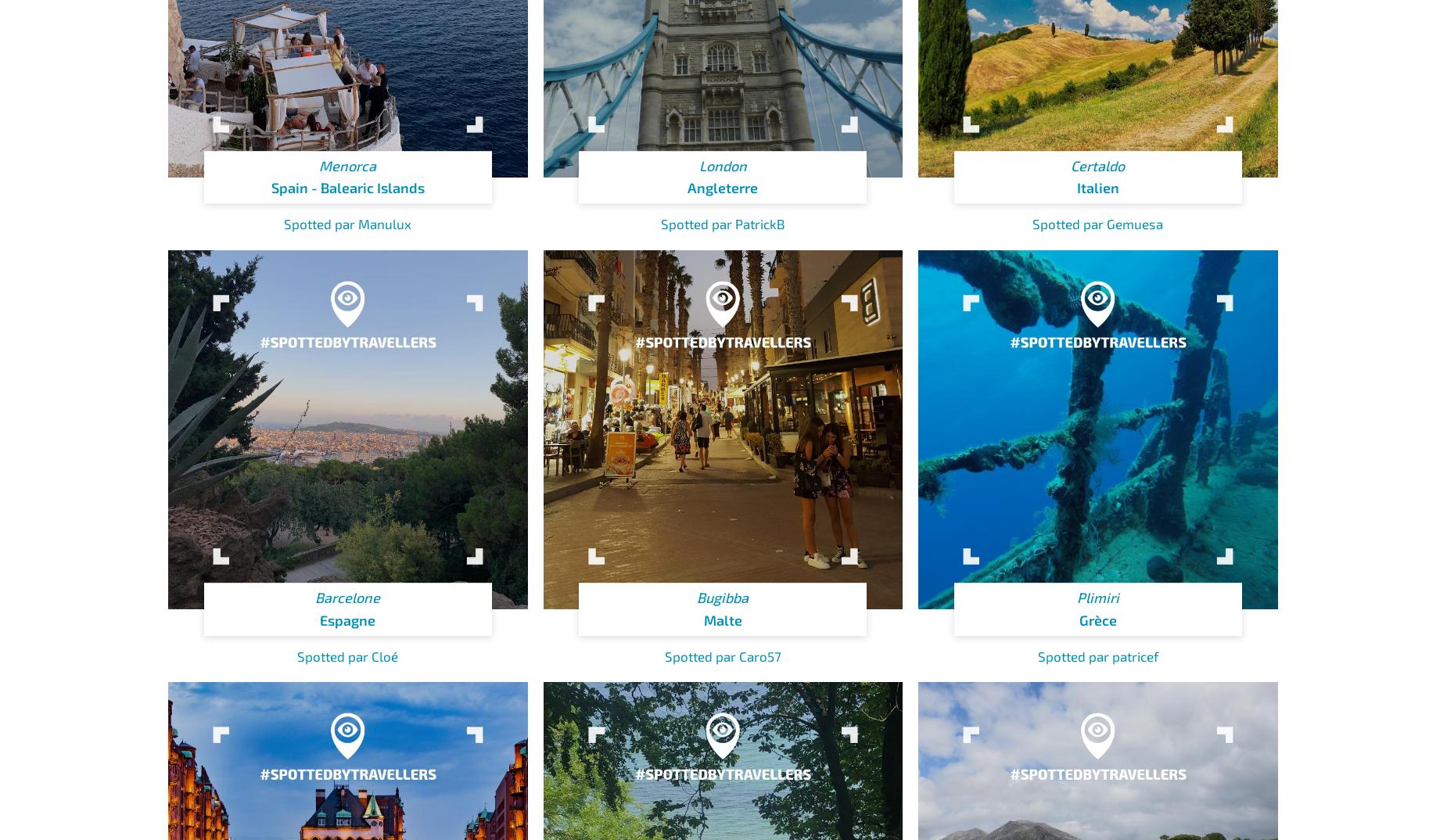  What do you see at coordinates (1097, 655) in the screenshot?
I see `'Spotted par patricef'` at bounding box center [1097, 655].